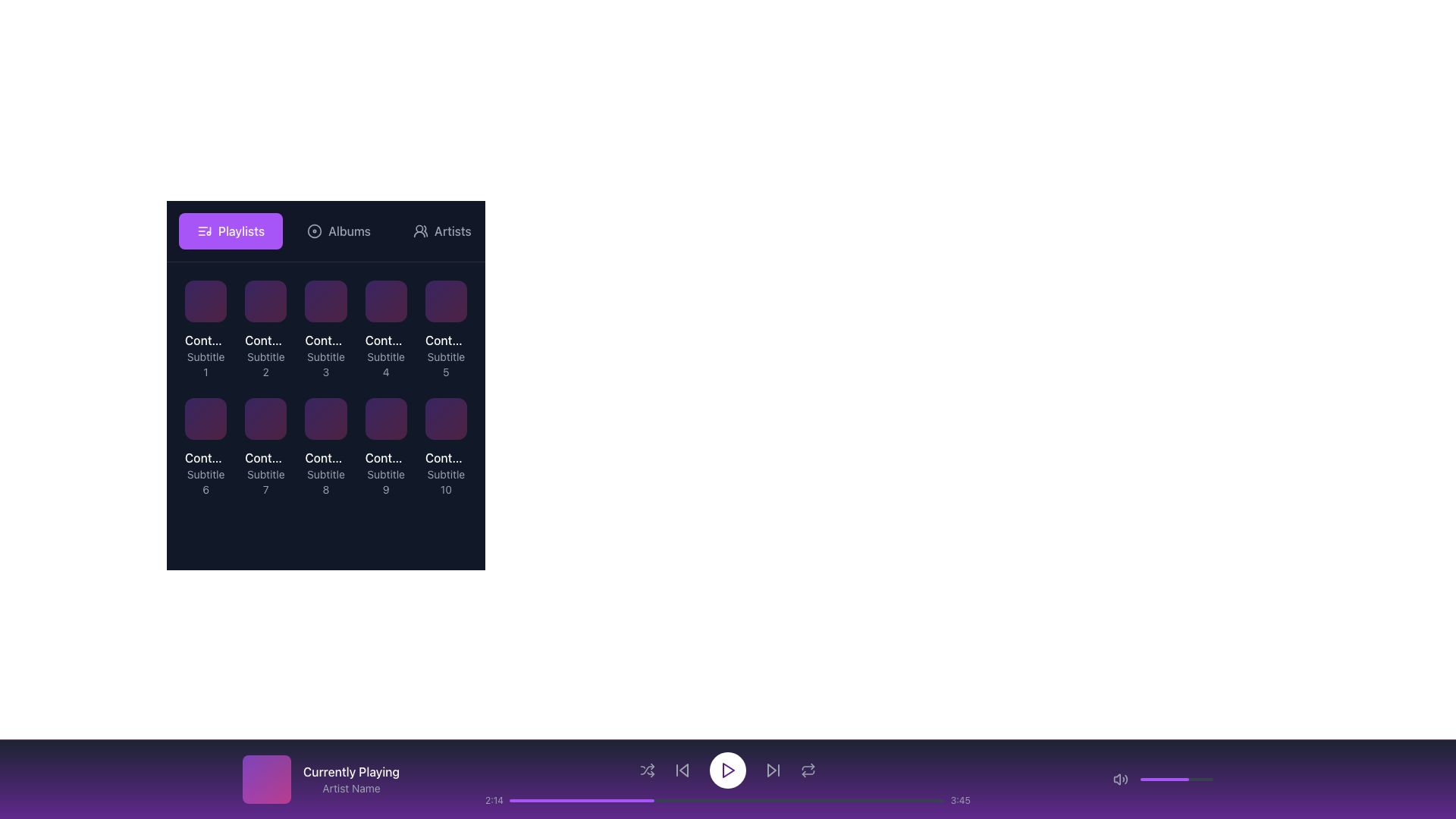 This screenshot has height=819, width=1456. I want to click on the volume slider, so click(1197, 780).